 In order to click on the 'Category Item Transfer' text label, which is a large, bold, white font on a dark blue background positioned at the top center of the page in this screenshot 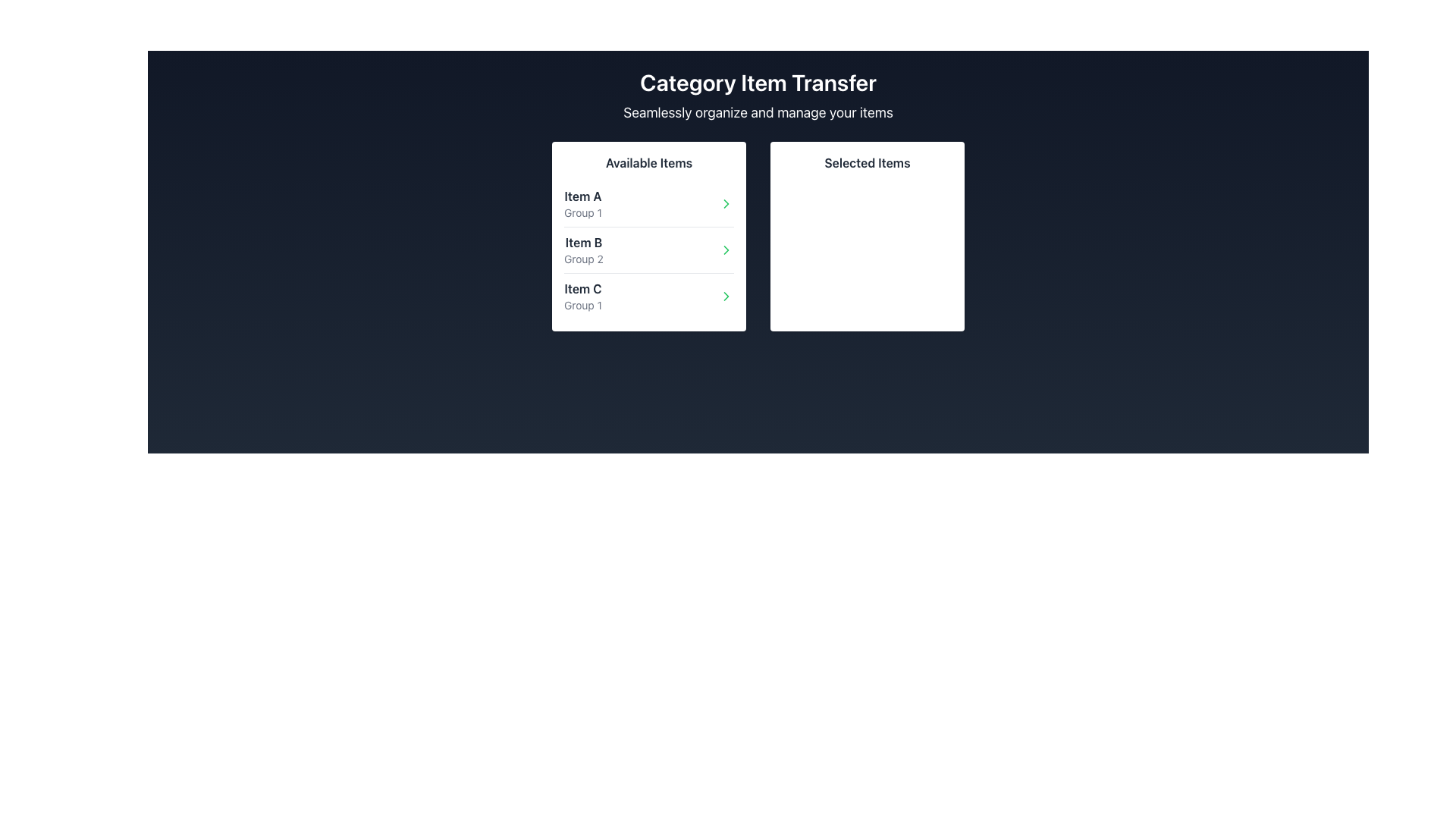, I will do `click(758, 82)`.